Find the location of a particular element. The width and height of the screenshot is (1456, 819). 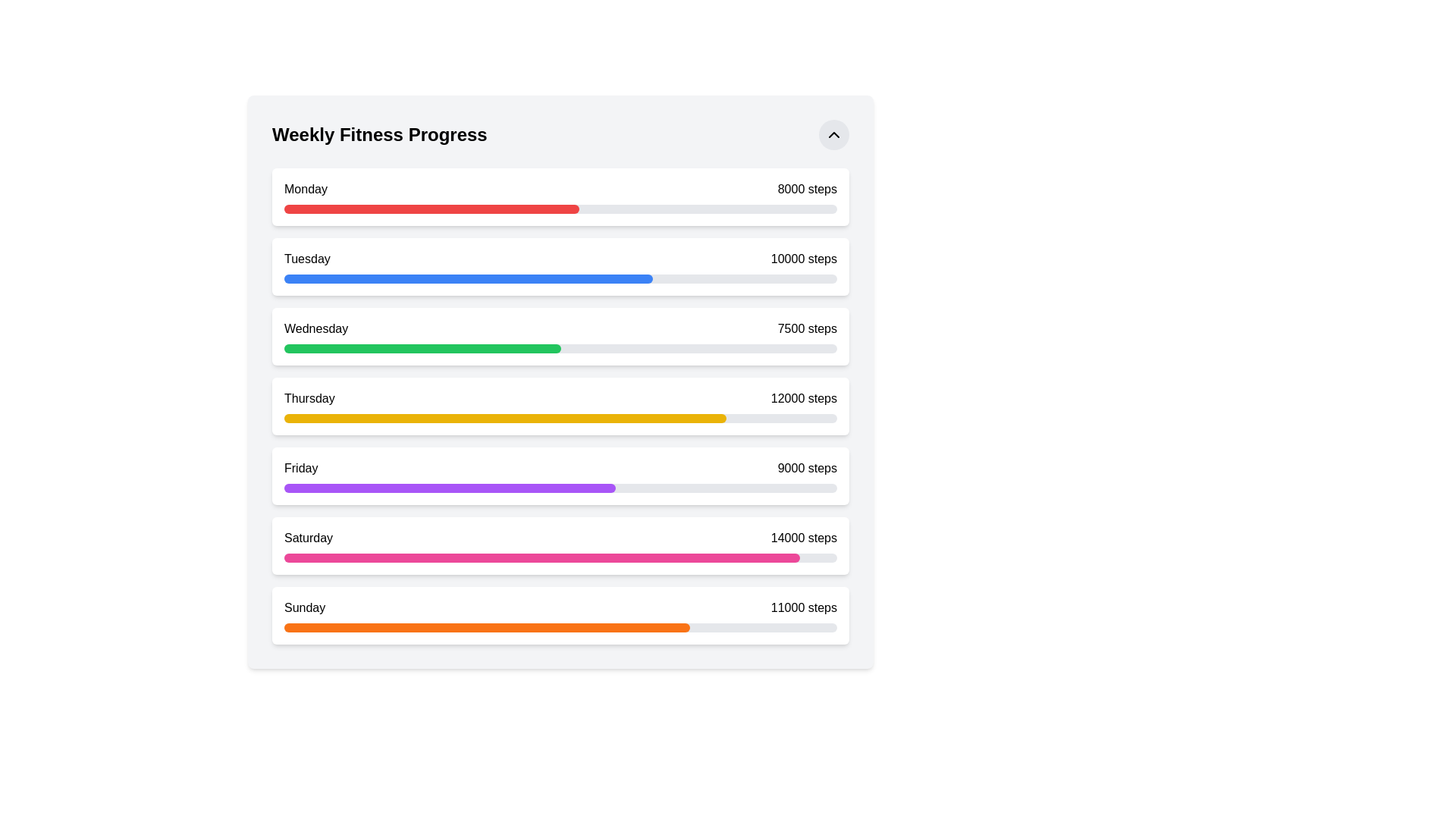

the label displaying the text 'Tuesday', which is left-aligned in a list or table layout and represents a day of the week is located at coordinates (306, 259).